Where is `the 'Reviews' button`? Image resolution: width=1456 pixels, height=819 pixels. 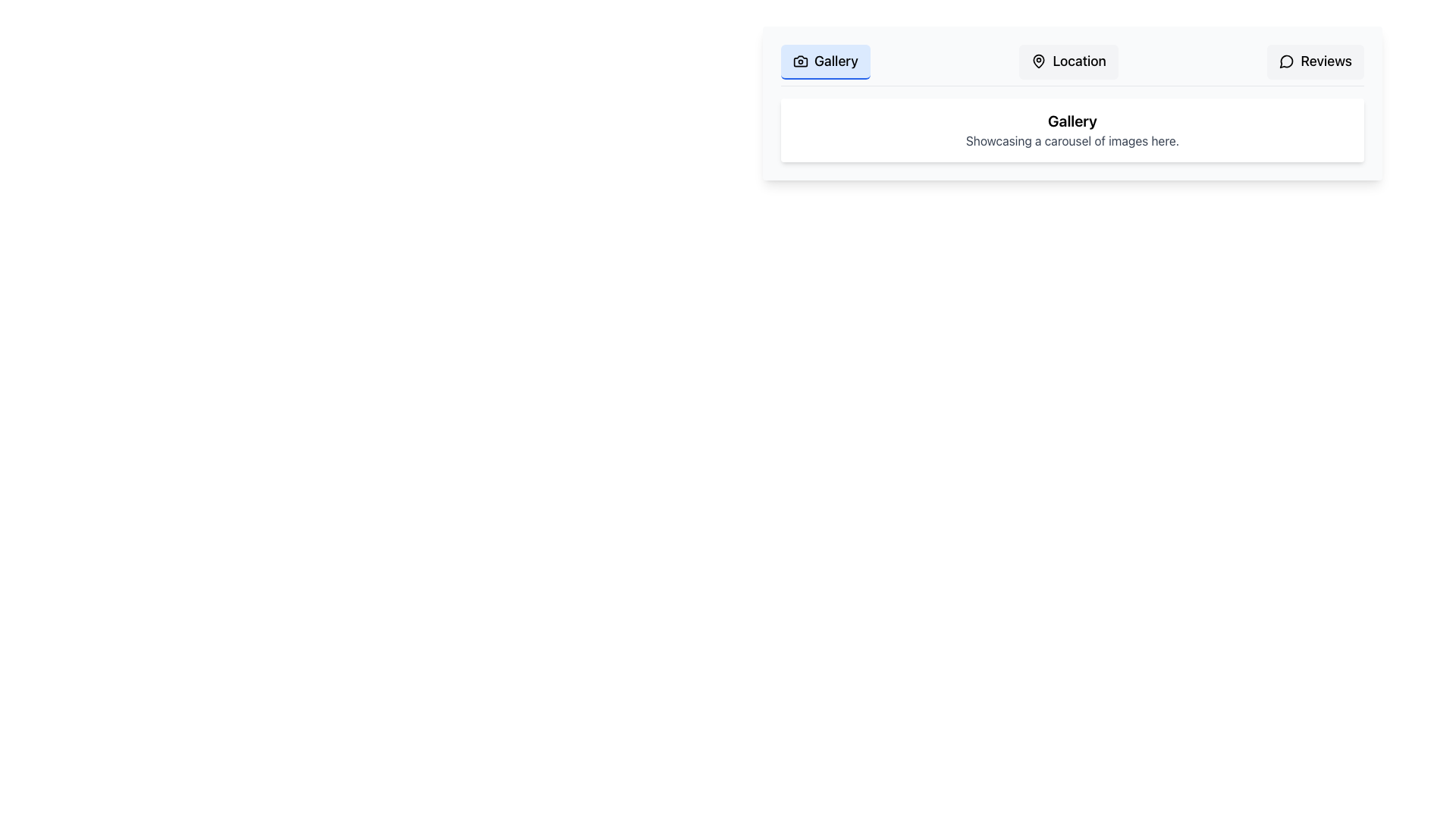 the 'Reviews' button is located at coordinates (1315, 61).